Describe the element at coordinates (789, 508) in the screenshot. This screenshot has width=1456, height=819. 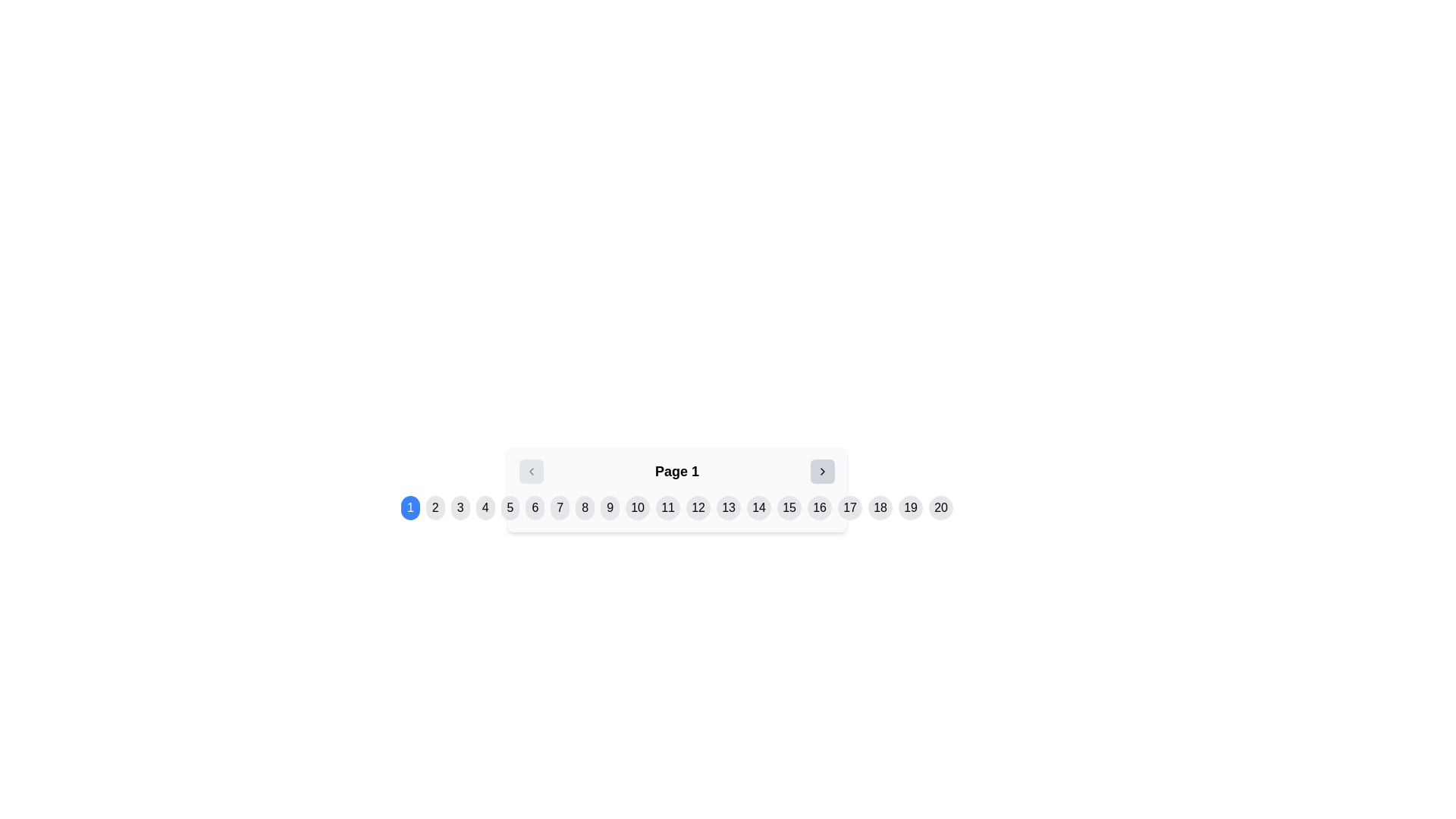
I see `the pagination button that navigates to page 15, located almost at the far-right end of the series of buttons` at that location.